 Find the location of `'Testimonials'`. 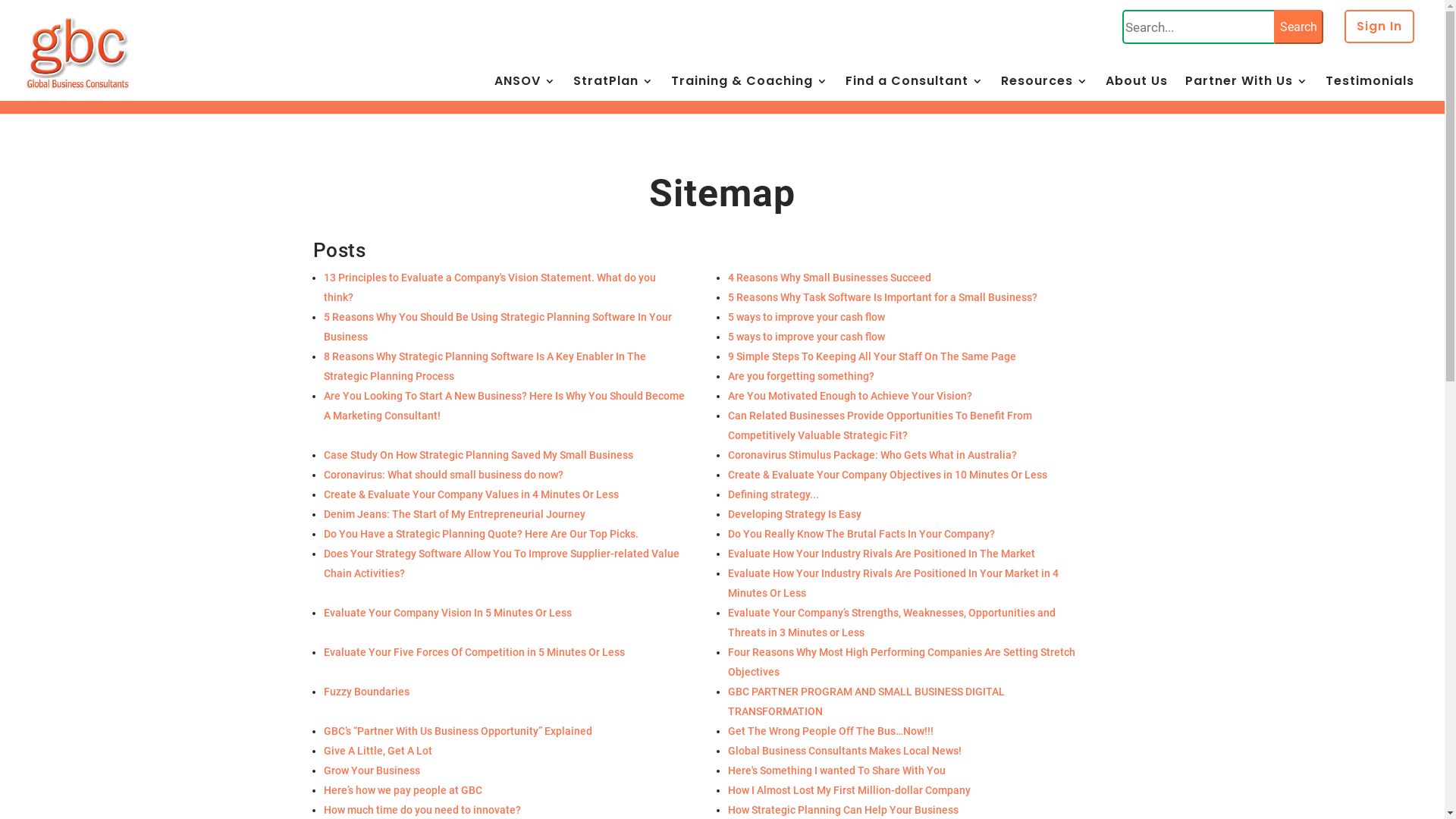

'Testimonials' is located at coordinates (1370, 90).